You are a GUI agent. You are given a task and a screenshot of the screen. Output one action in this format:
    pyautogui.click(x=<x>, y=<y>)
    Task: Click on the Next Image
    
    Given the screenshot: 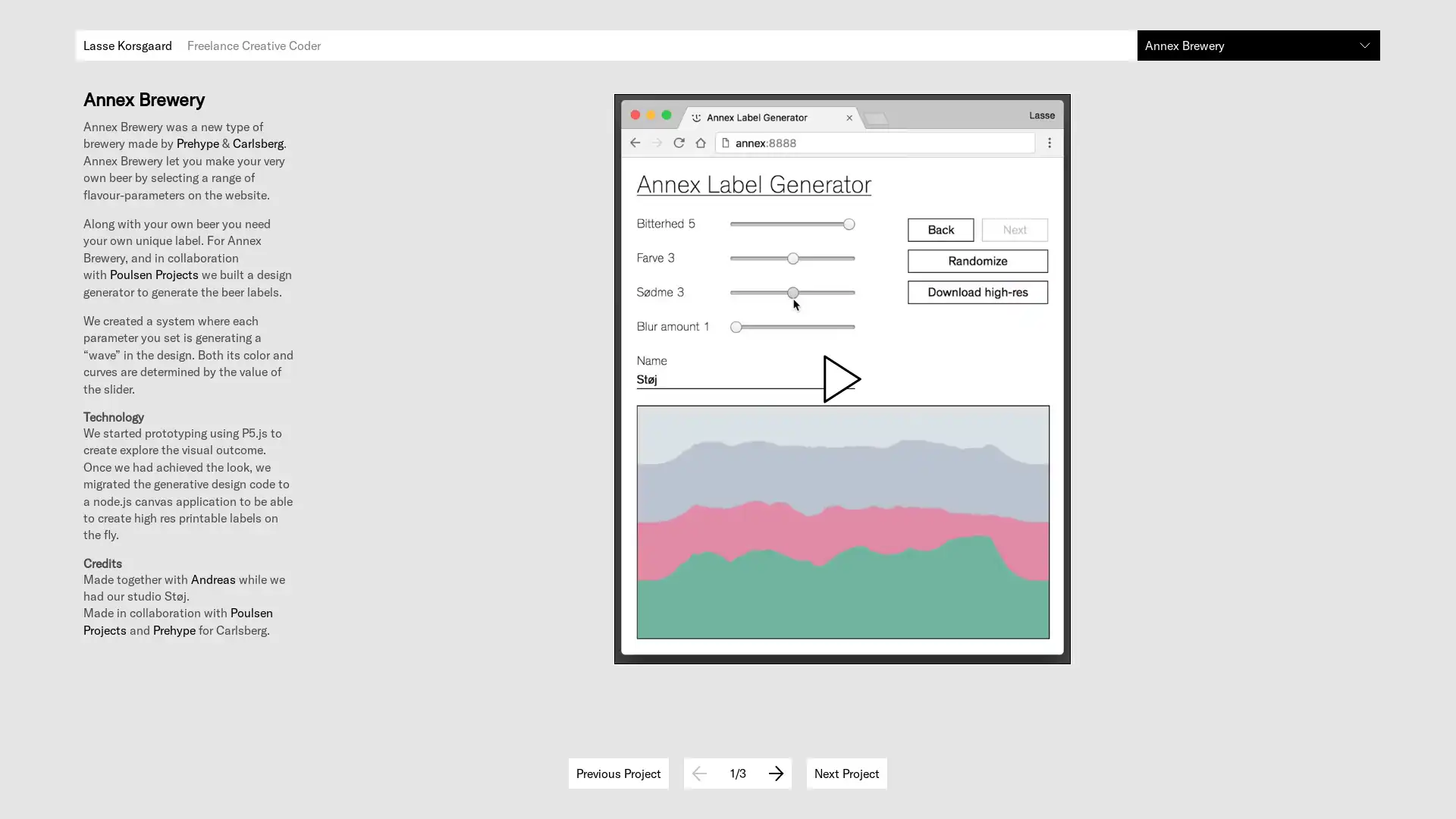 What is the action you would take?
    pyautogui.click(x=776, y=773)
    